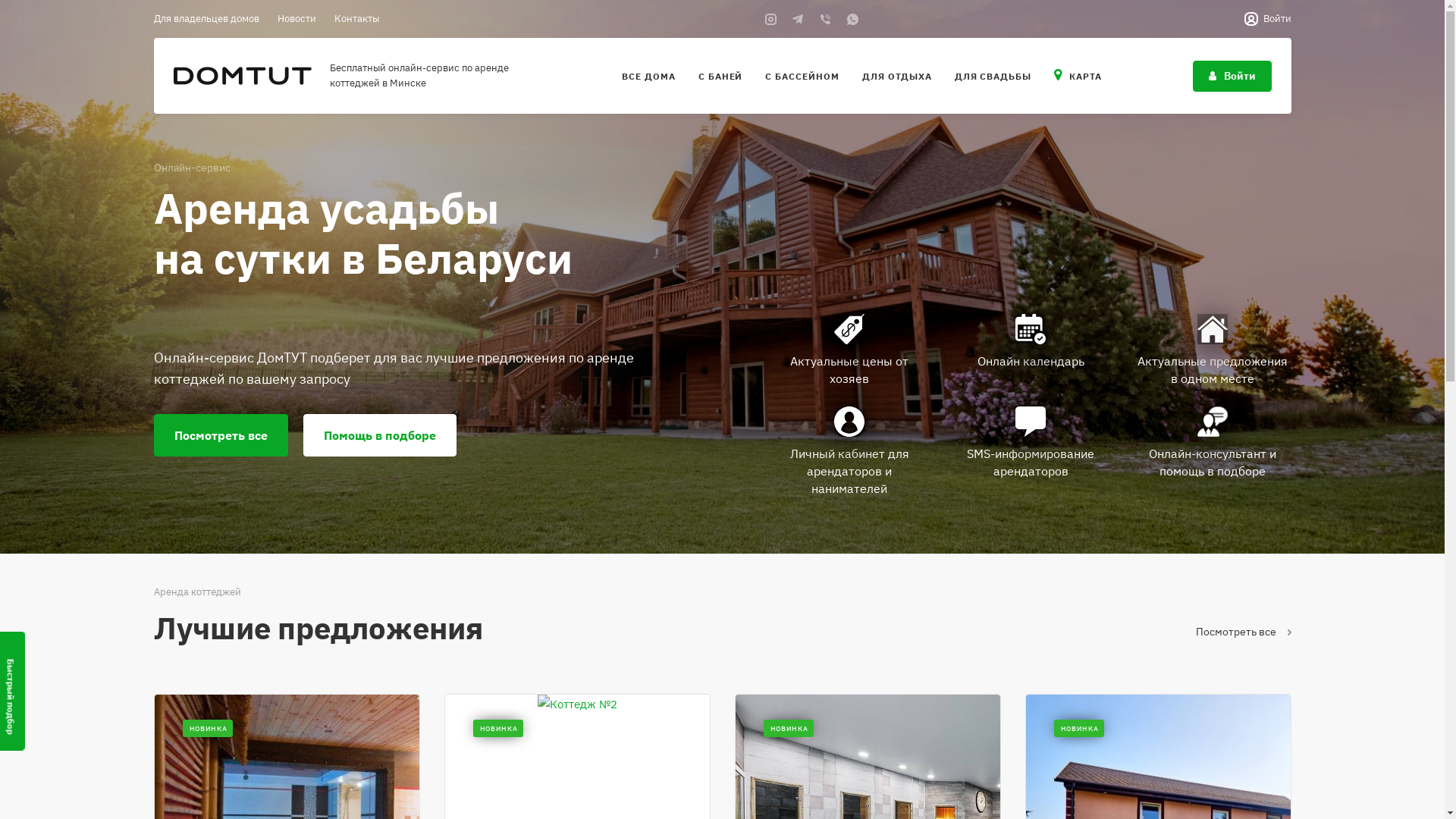 Image resolution: width=1456 pixels, height=819 pixels. Describe the element at coordinates (796, 18) in the screenshot. I see `'Telegram'` at that location.